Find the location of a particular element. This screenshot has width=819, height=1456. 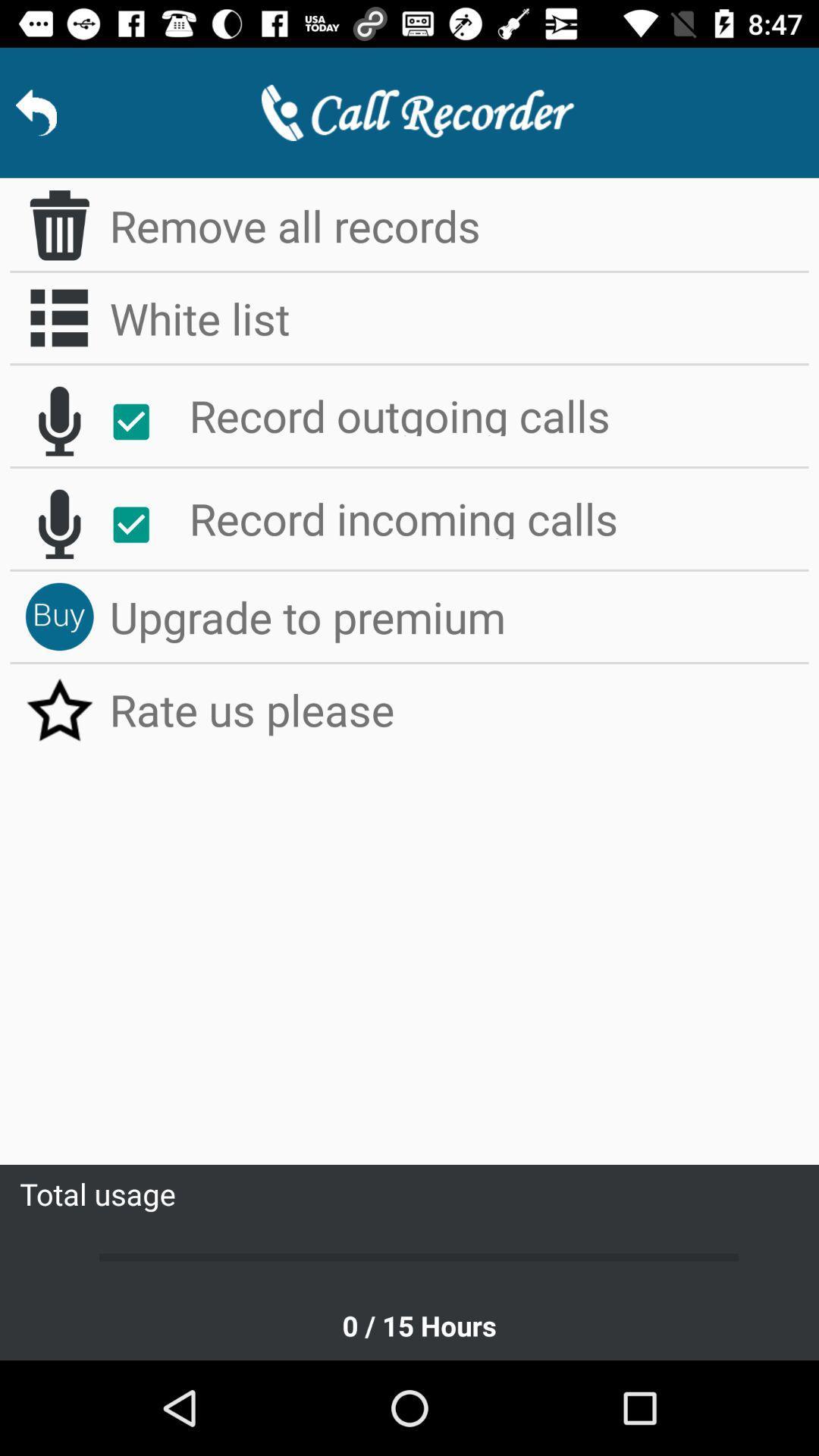

record outgoing calls toggle is located at coordinates (139, 422).